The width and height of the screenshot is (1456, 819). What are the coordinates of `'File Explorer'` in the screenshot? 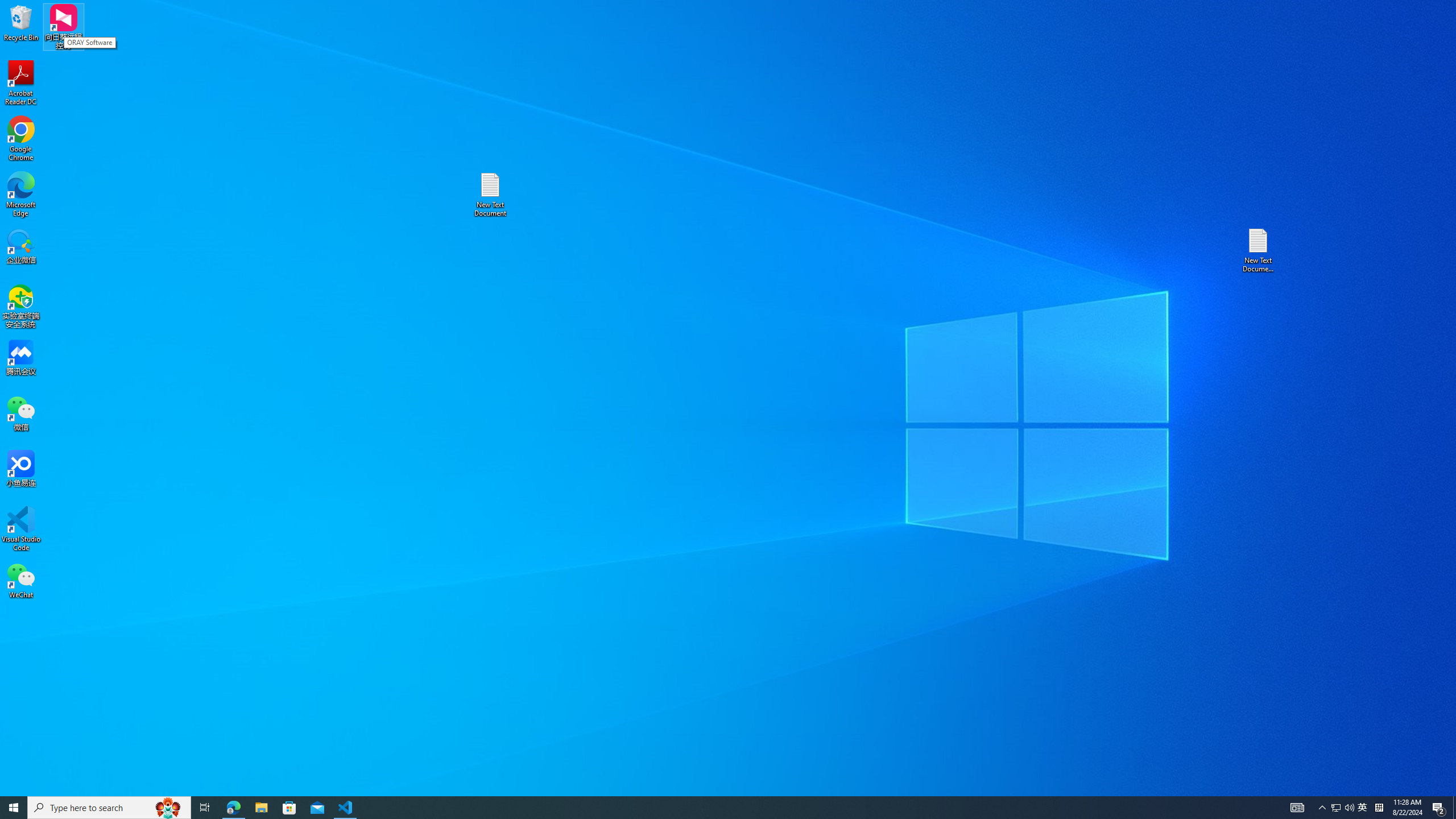 It's located at (260, 806).